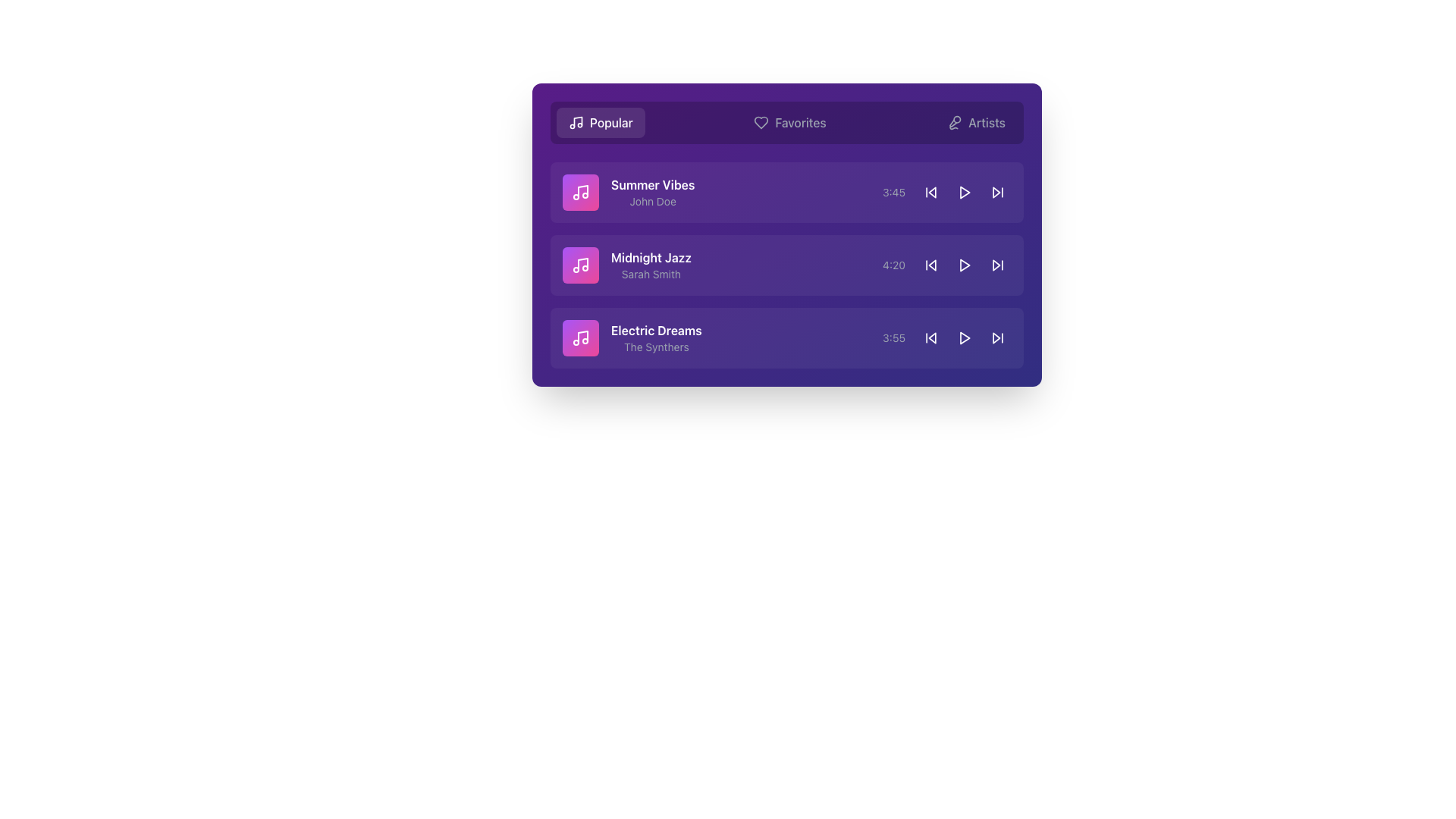 The height and width of the screenshot is (819, 1456). Describe the element at coordinates (789, 122) in the screenshot. I see `the button in the navigation panel that filters the displayed content` at that location.